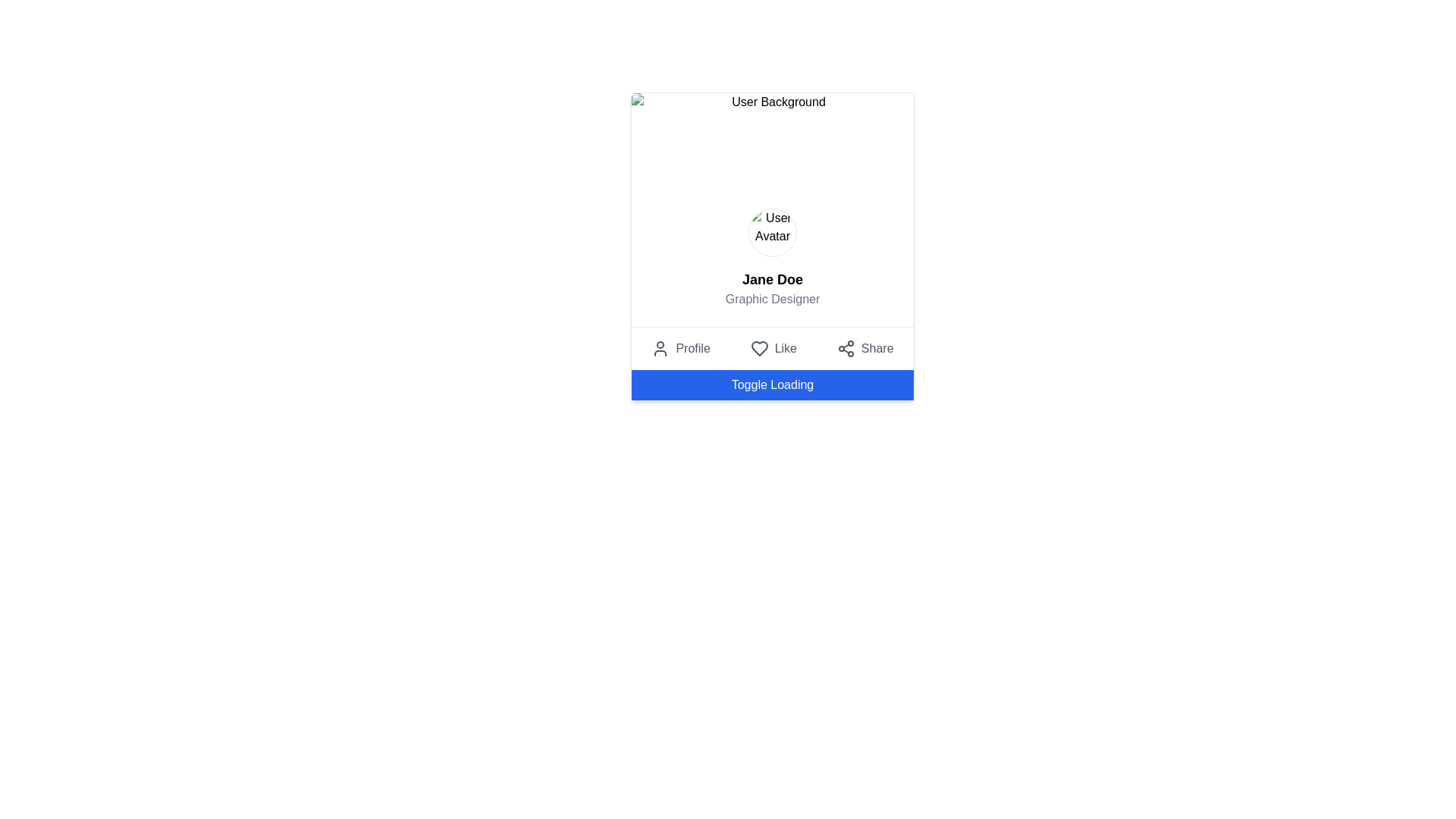  What do you see at coordinates (772, 348) in the screenshot?
I see `the 'Like' interactive button located in the user profile card, positioned above the 'Toggle Loading' button and to the left of other action items` at bounding box center [772, 348].